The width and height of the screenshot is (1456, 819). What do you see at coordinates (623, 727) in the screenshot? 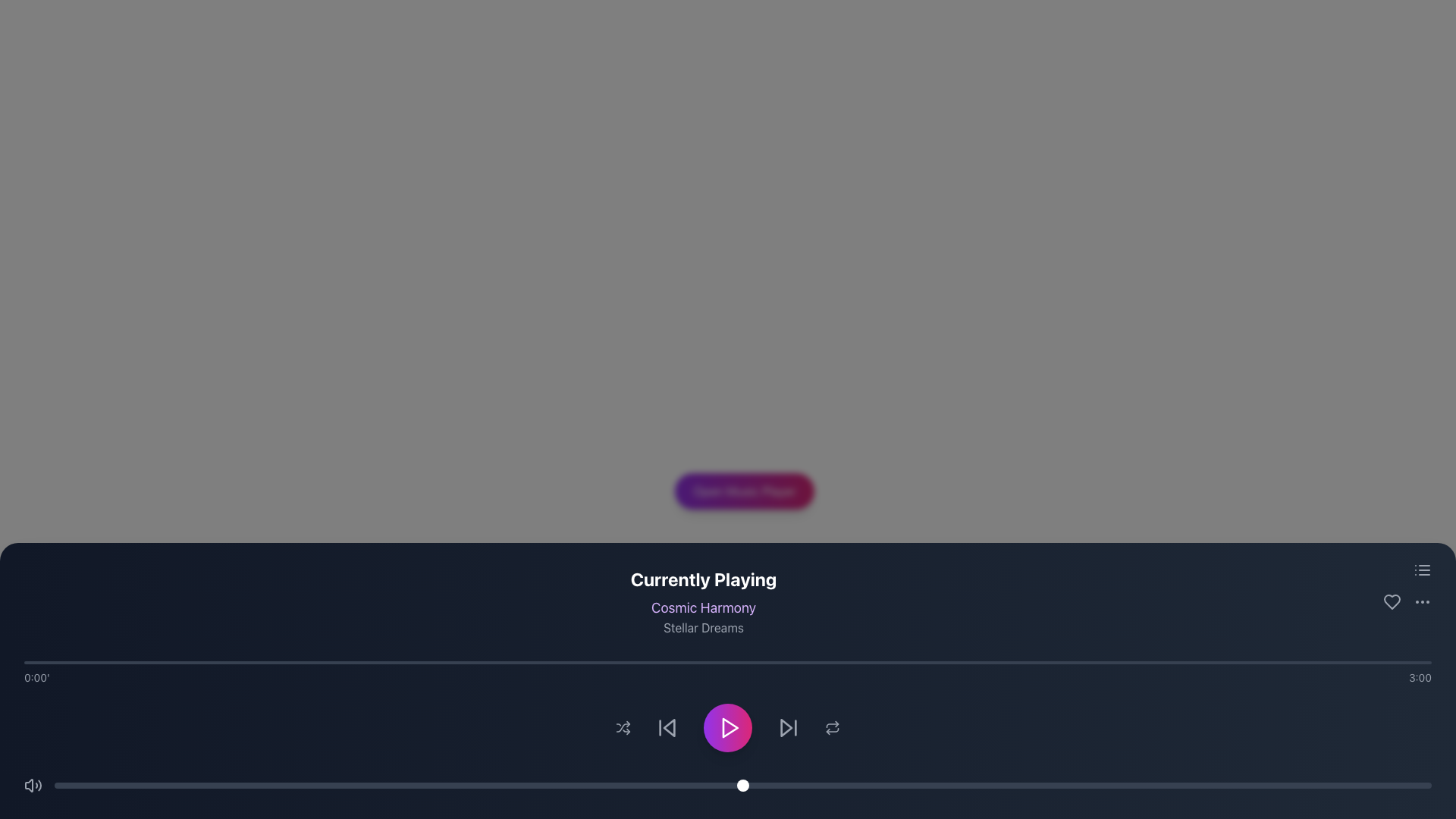
I see `the shuffle control button in the media player` at bounding box center [623, 727].